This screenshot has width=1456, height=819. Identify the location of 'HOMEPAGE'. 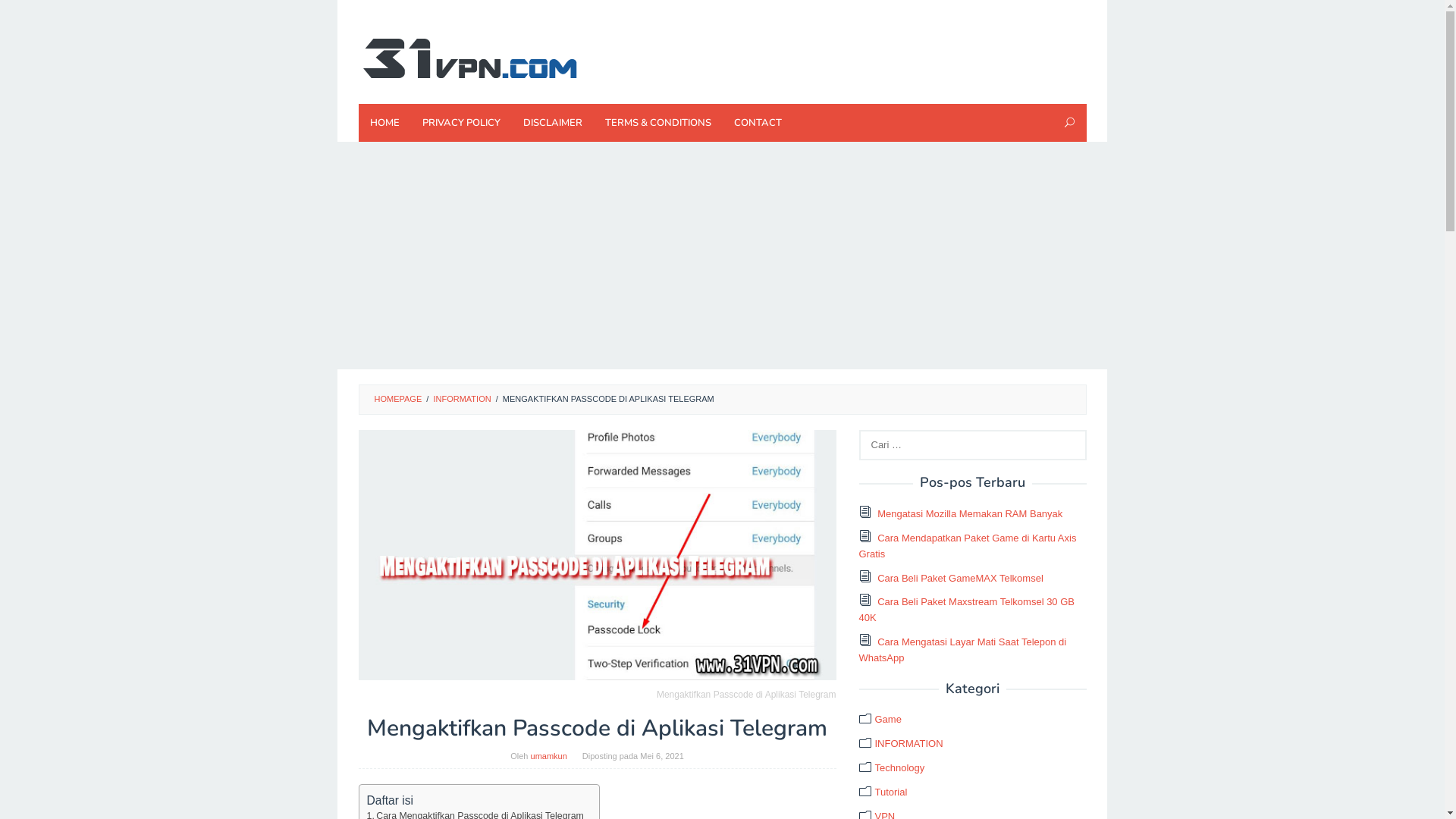
(398, 397).